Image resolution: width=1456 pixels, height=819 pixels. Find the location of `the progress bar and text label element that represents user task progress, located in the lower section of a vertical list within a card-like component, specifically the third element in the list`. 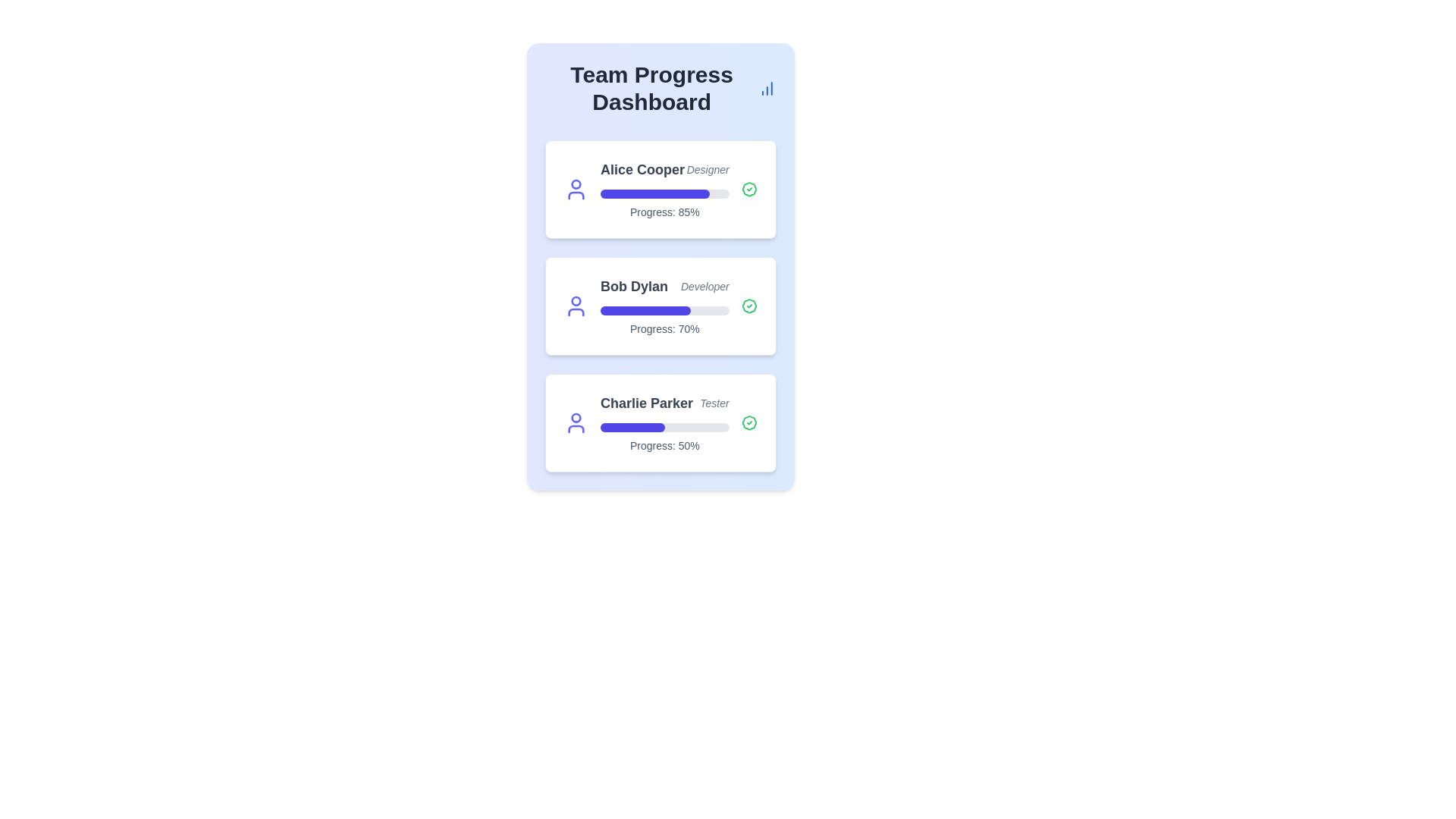

the progress bar and text label element that represents user task progress, located in the lower section of a vertical list within a card-like component, specifically the third element in the list is located at coordinates (664, 423).